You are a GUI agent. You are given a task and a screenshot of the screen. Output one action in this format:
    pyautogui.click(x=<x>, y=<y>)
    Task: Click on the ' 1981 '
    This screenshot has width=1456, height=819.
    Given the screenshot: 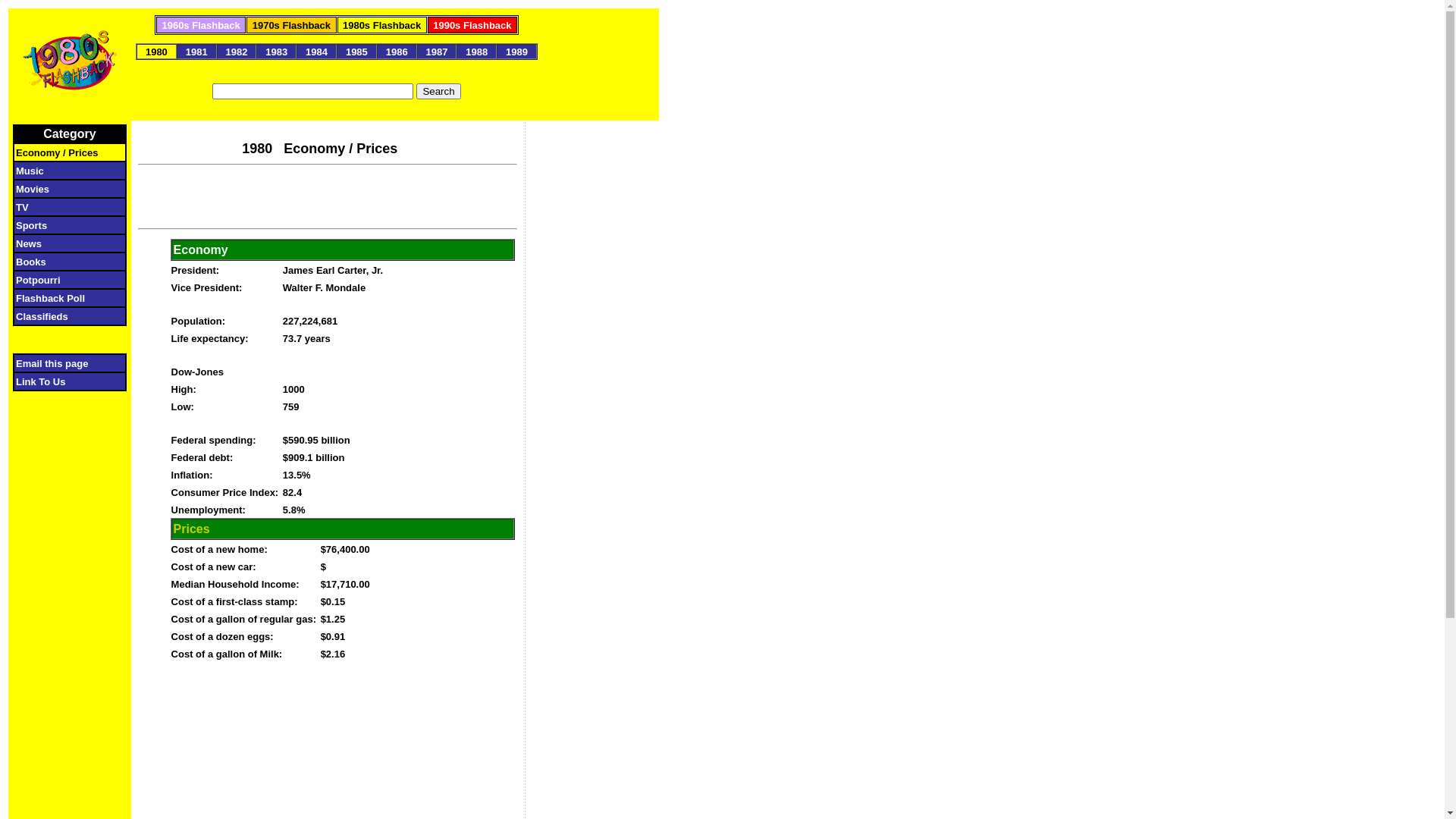 What is the action you would take?
    pyautogui.click(x=196, y=50)
    